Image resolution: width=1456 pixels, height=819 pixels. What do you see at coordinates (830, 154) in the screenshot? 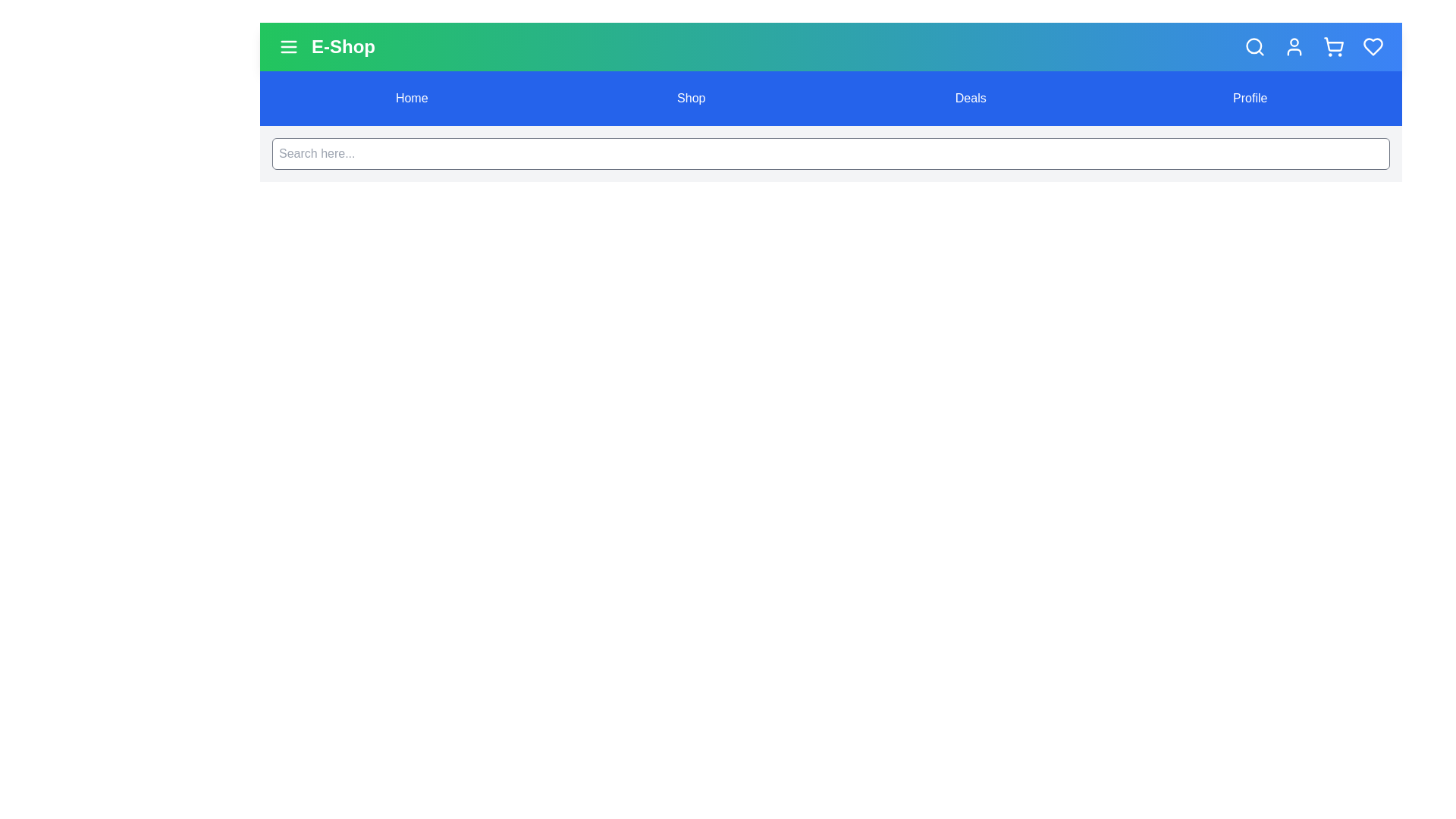
I see `the search input field and type 'query'` at bounding box center [830, 154].